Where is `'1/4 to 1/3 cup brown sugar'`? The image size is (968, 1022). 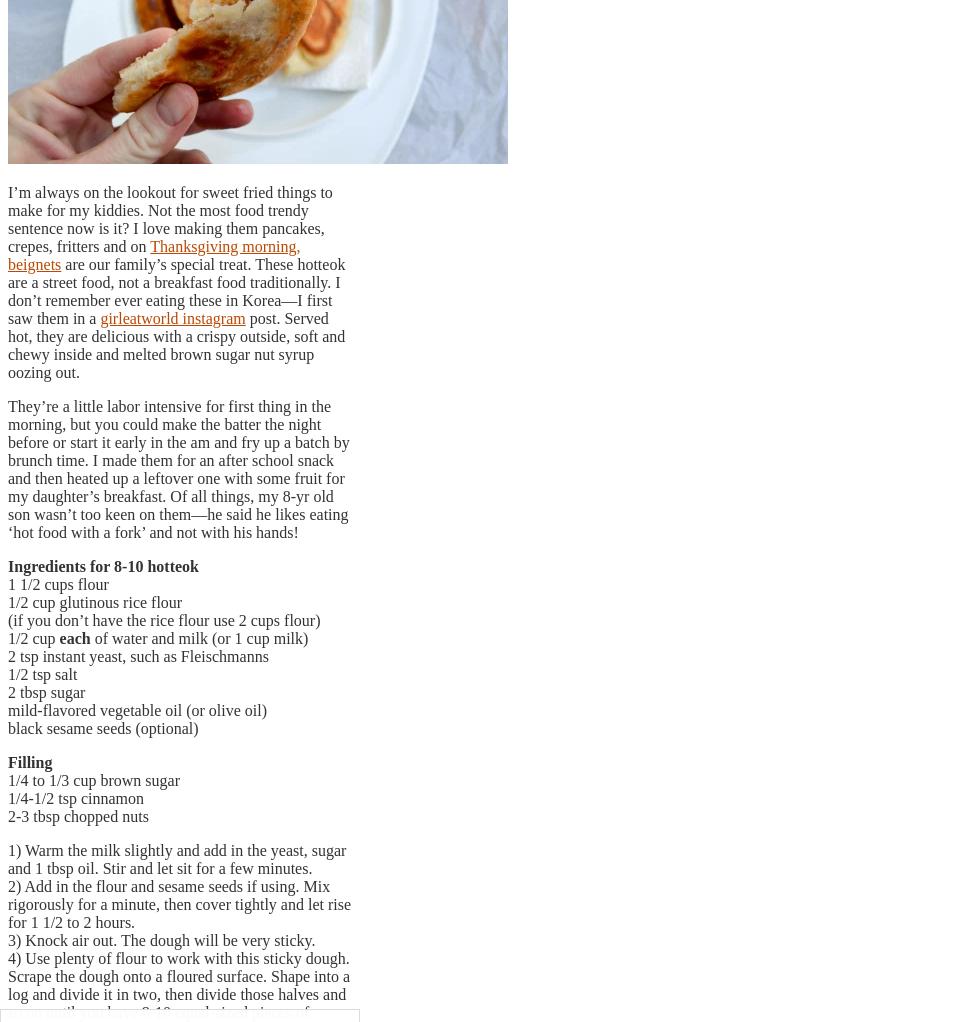 '1/4 to 1/3 cup brown sugar' is located at coordinates (93, 779).